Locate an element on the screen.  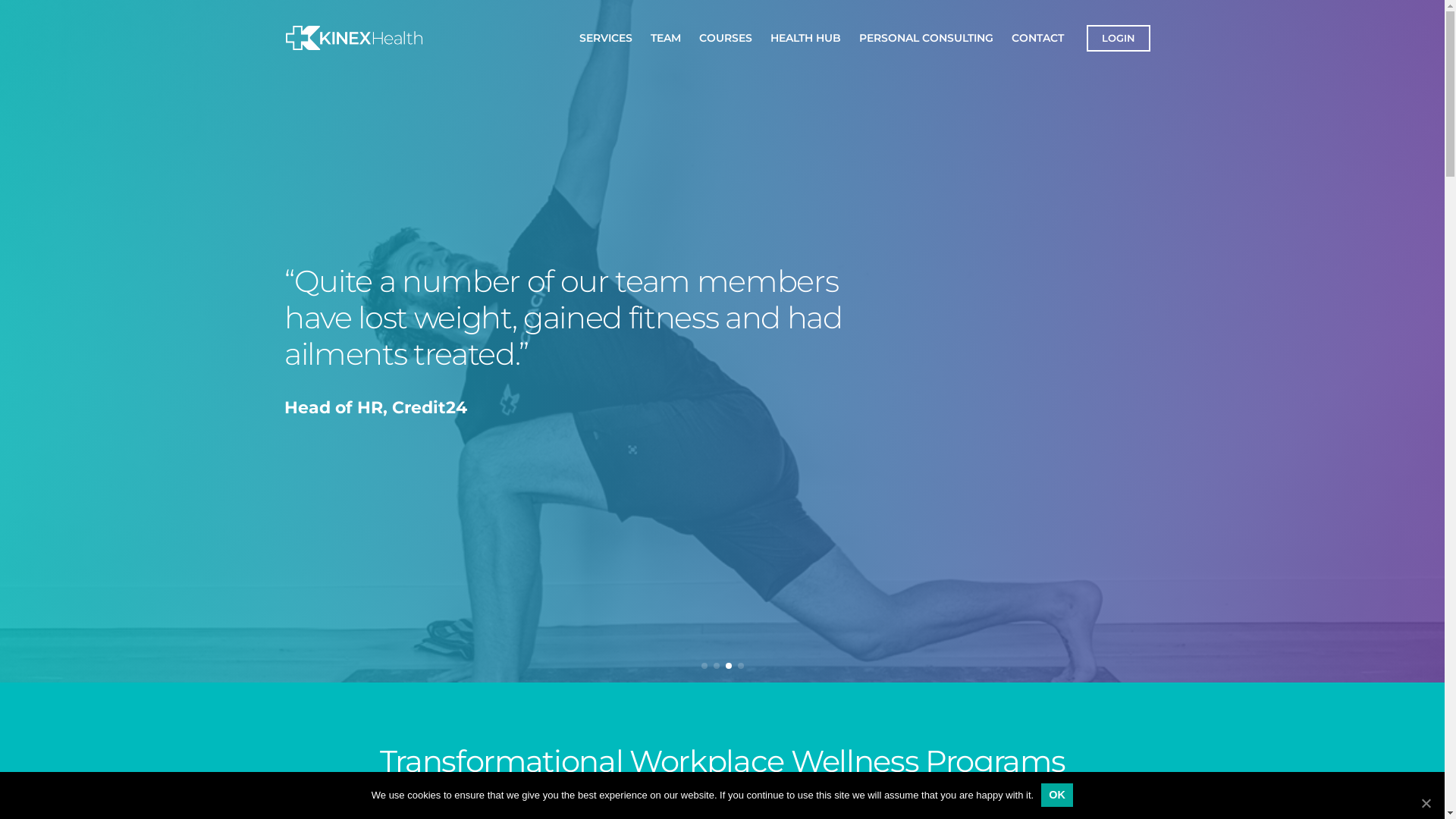
'Kinex Health' is located at coordinates (325, 57).